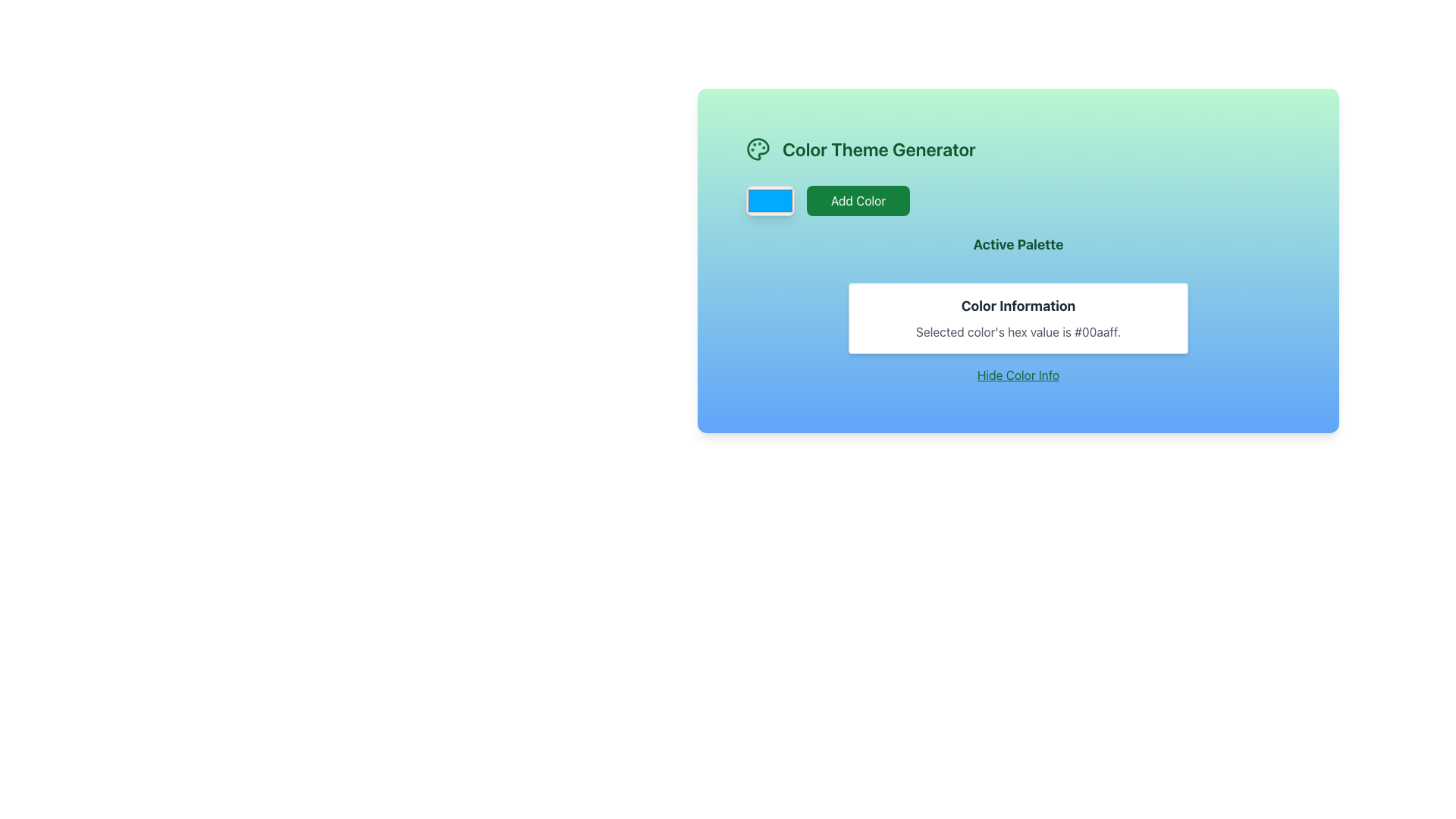 The height and width of the screenshot is (819, 1456). What do you see at coordinates (770, 200) in the screenshot?
I see `the light blue rectangular color picker input box with rounded corners` at bounding box center [770, 200].